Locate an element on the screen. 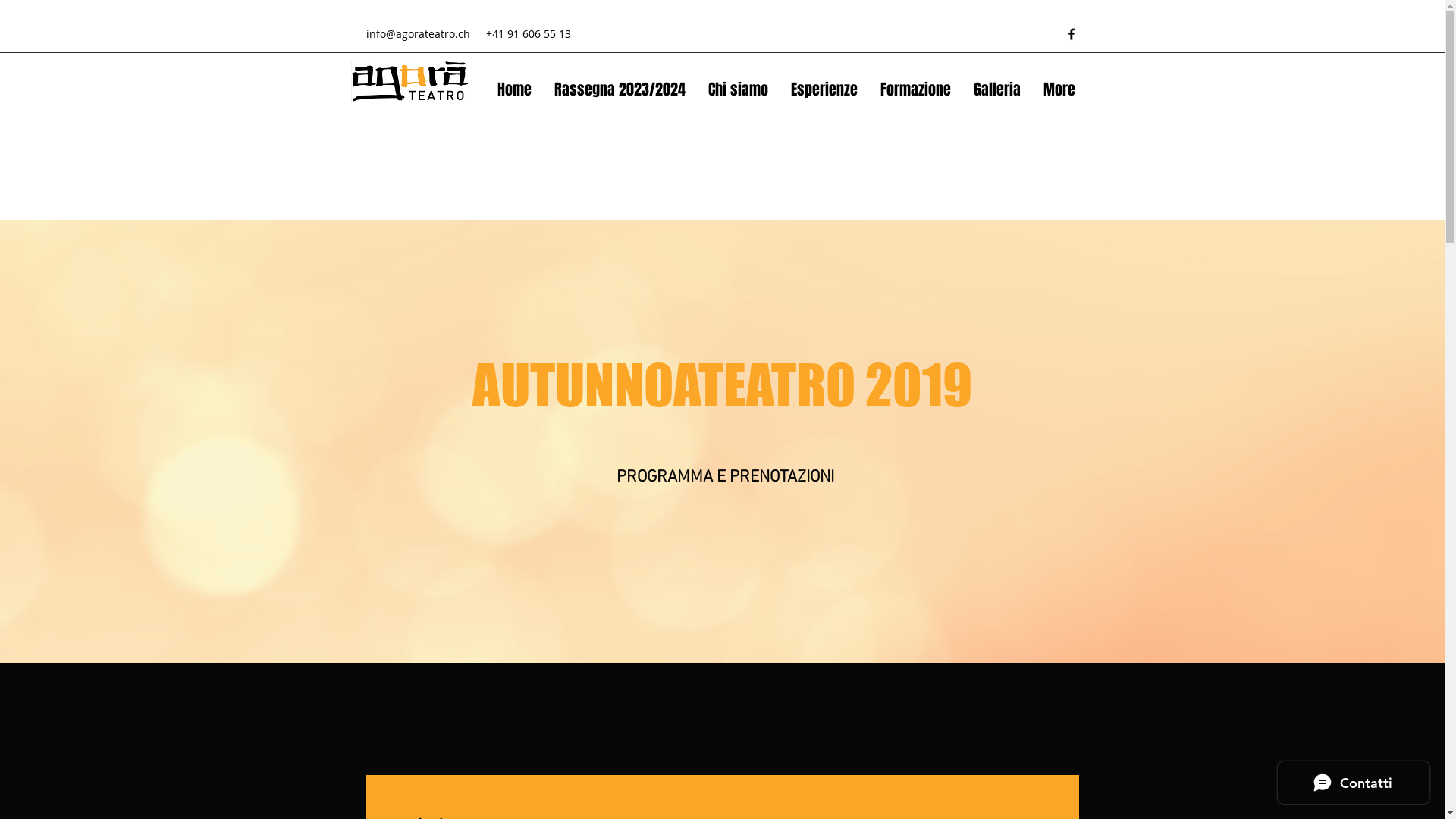 This screenshot has width=1456, height=819. 'Rassegna 2023/2024' is located at coordinates (620, 89).